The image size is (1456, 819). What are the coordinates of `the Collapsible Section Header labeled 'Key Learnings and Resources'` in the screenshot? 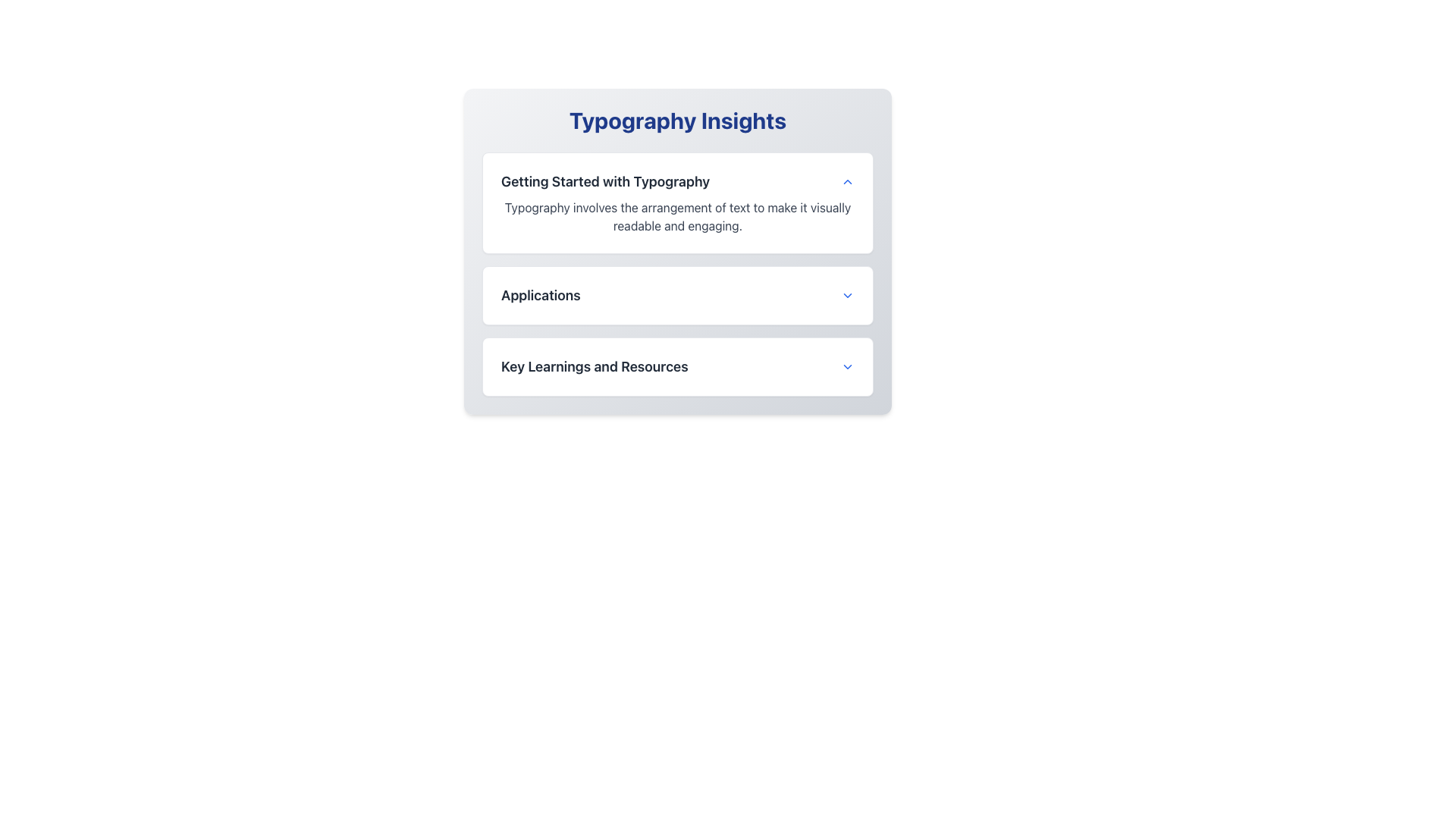 It's located at (676, 366).